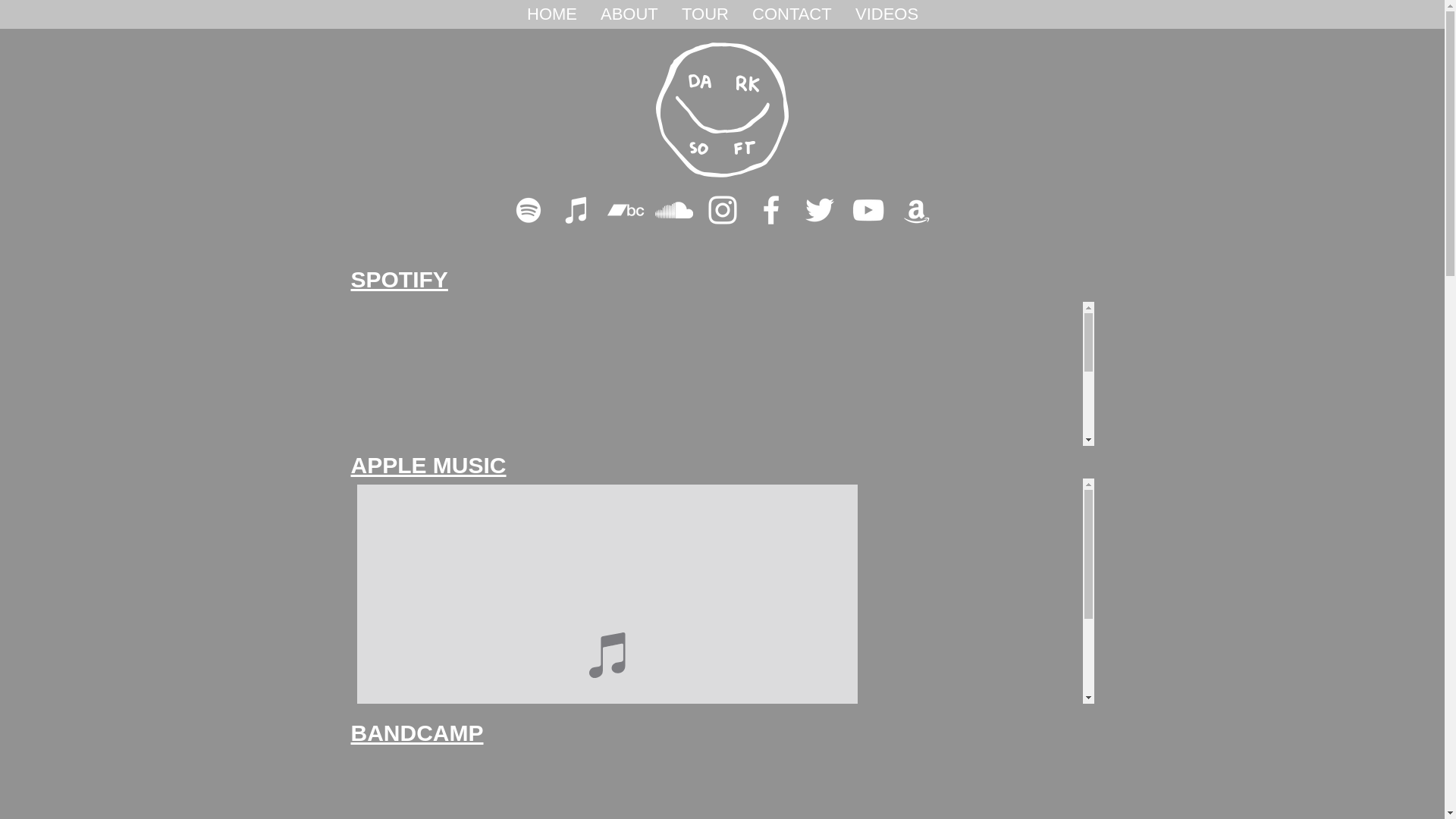 The height and width of the screenshot is (819, 1456). Describe the element at coordinates (720, 590) in the screenshot. I see `'Embedded Content'` at that location.